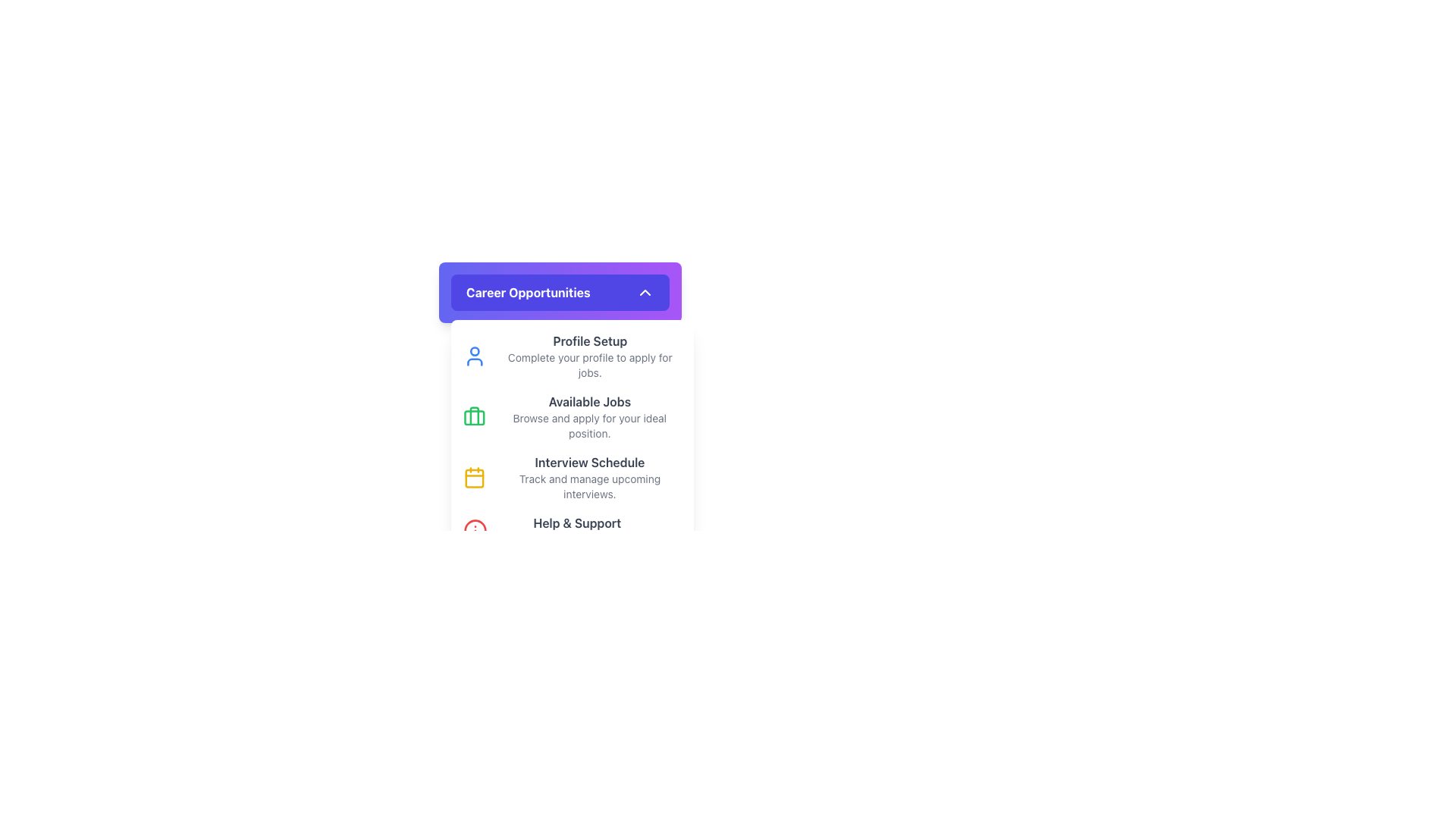  Describe the element at coordinates (571, 417) in the screenshot. I see `the 'Available Jobs' section header` at that location.